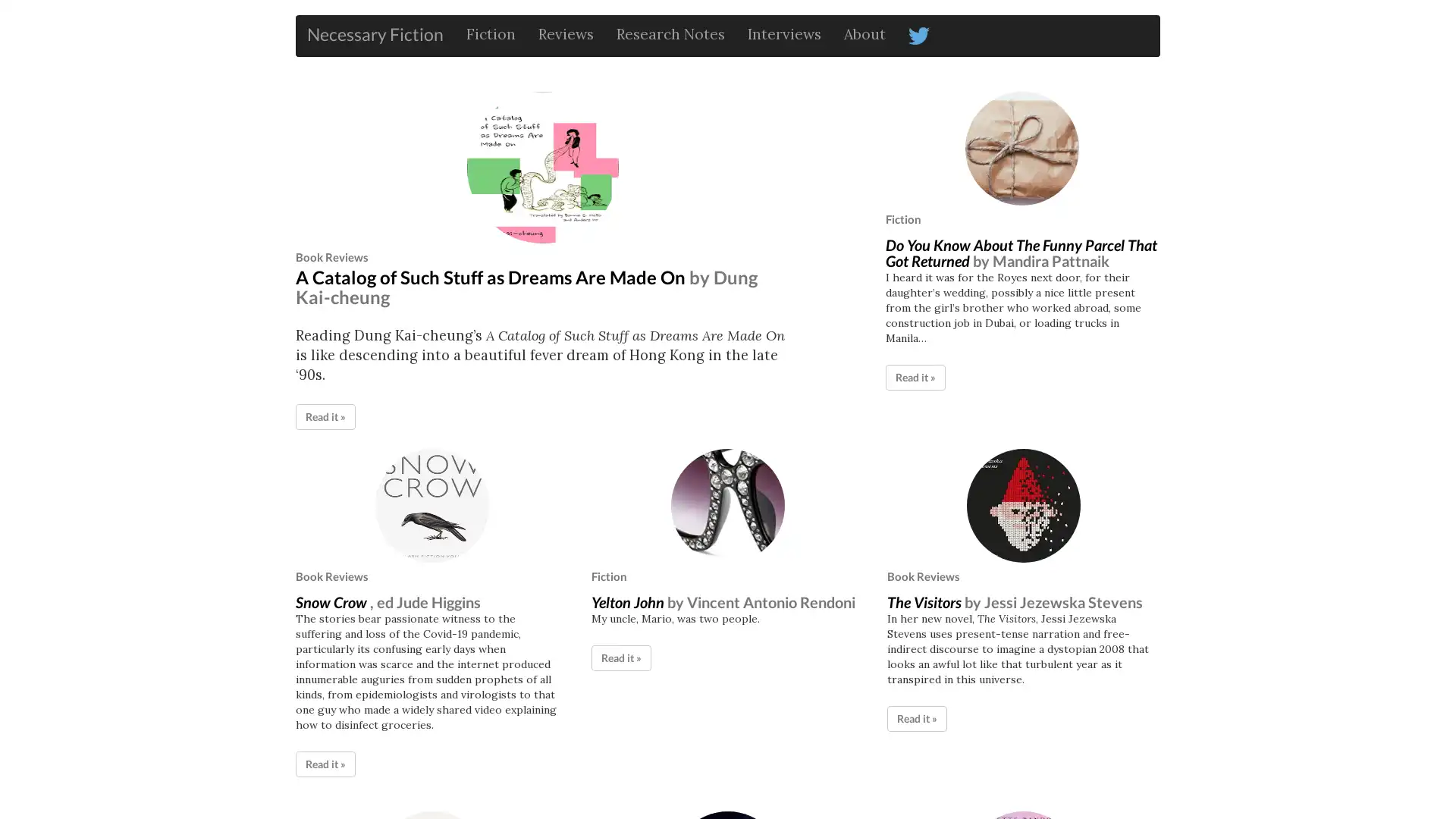 This screenshot has width=1456, height=819. I want to click on Read it, so click(325, 763).